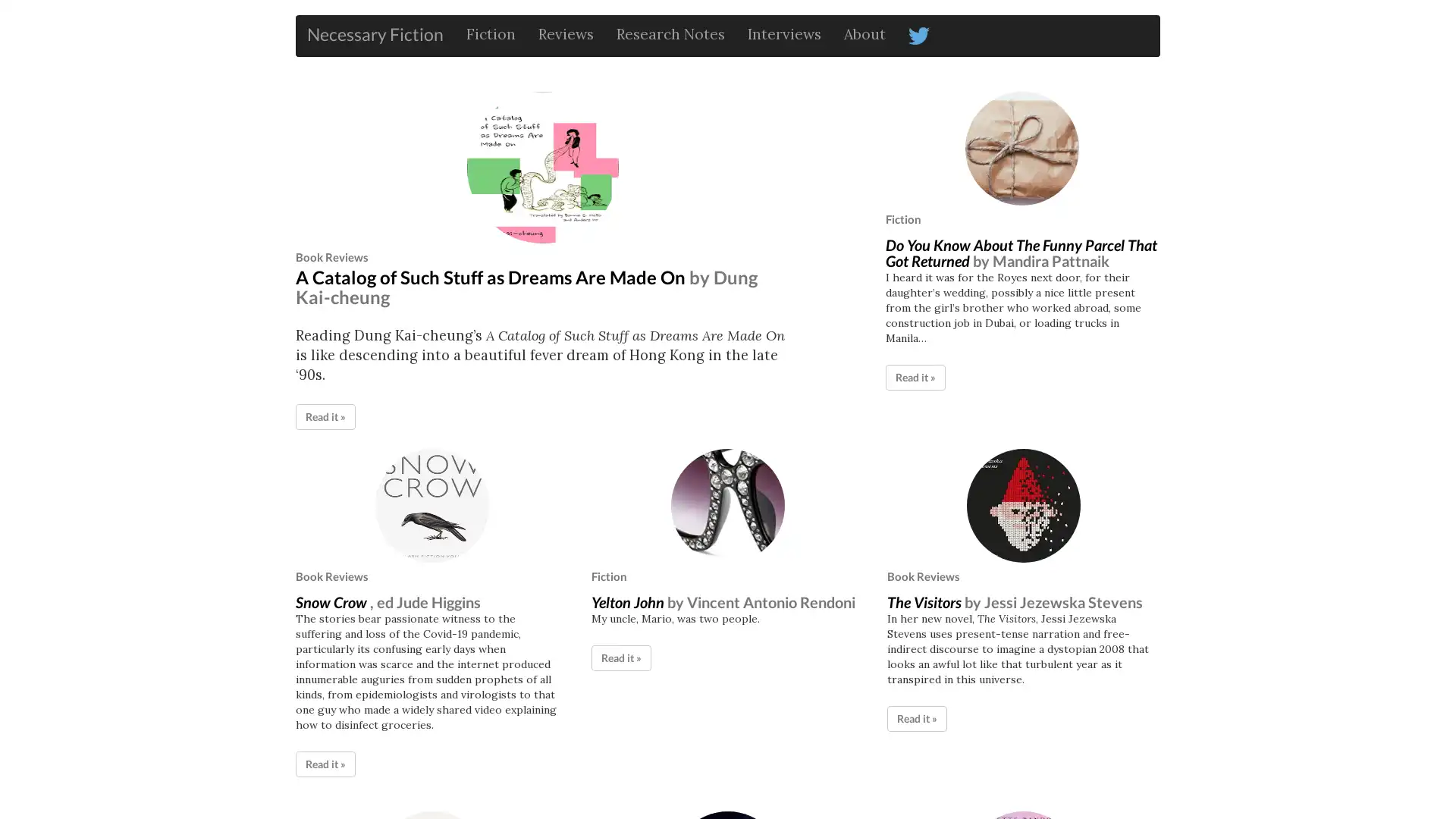 This screenshot has width=1456, height=819. I want to click on Read it, so click(325, 763).